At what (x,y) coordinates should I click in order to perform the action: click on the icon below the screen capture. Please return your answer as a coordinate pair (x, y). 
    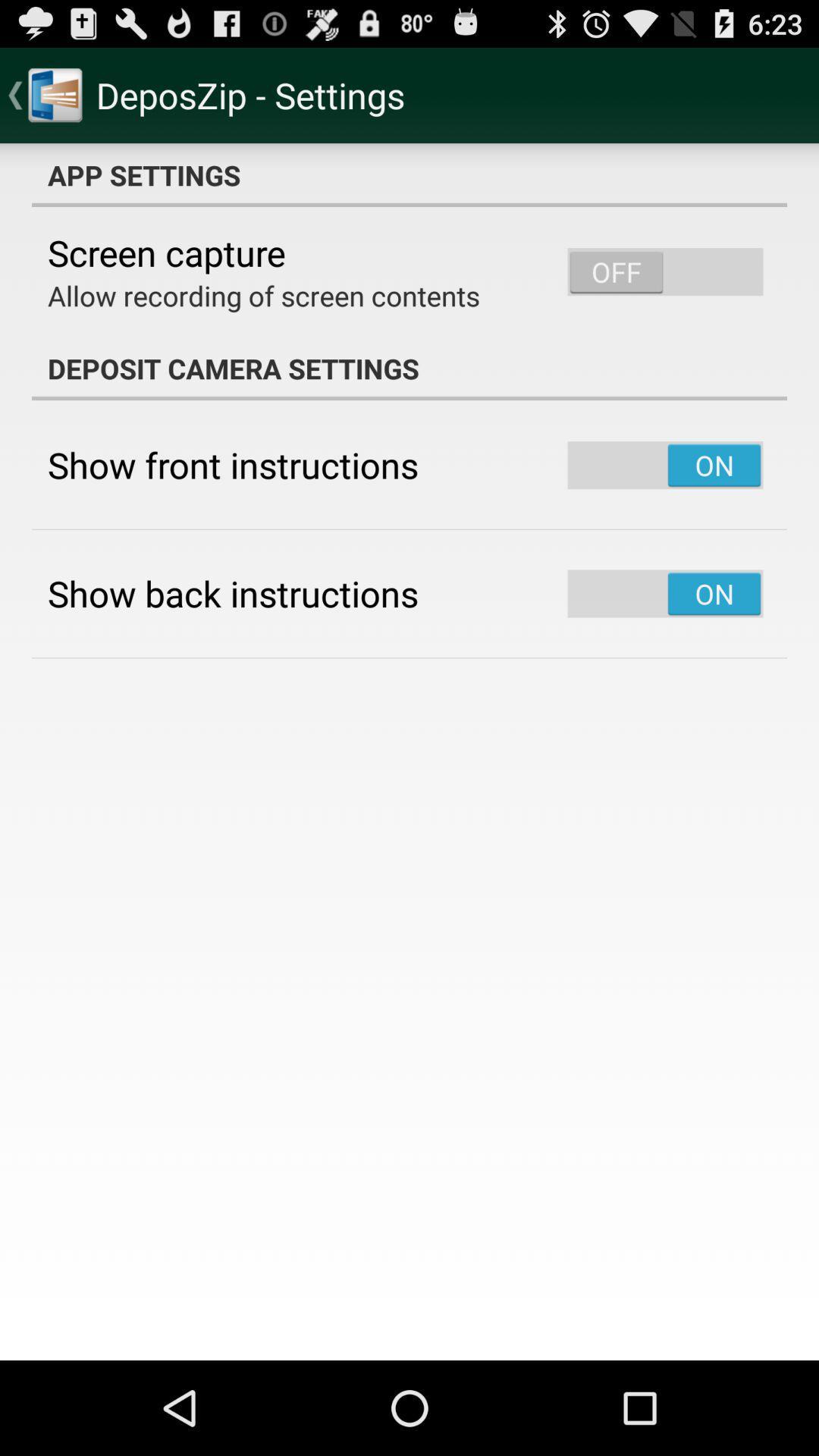
    Looking at the image, I should click on (262, 295).